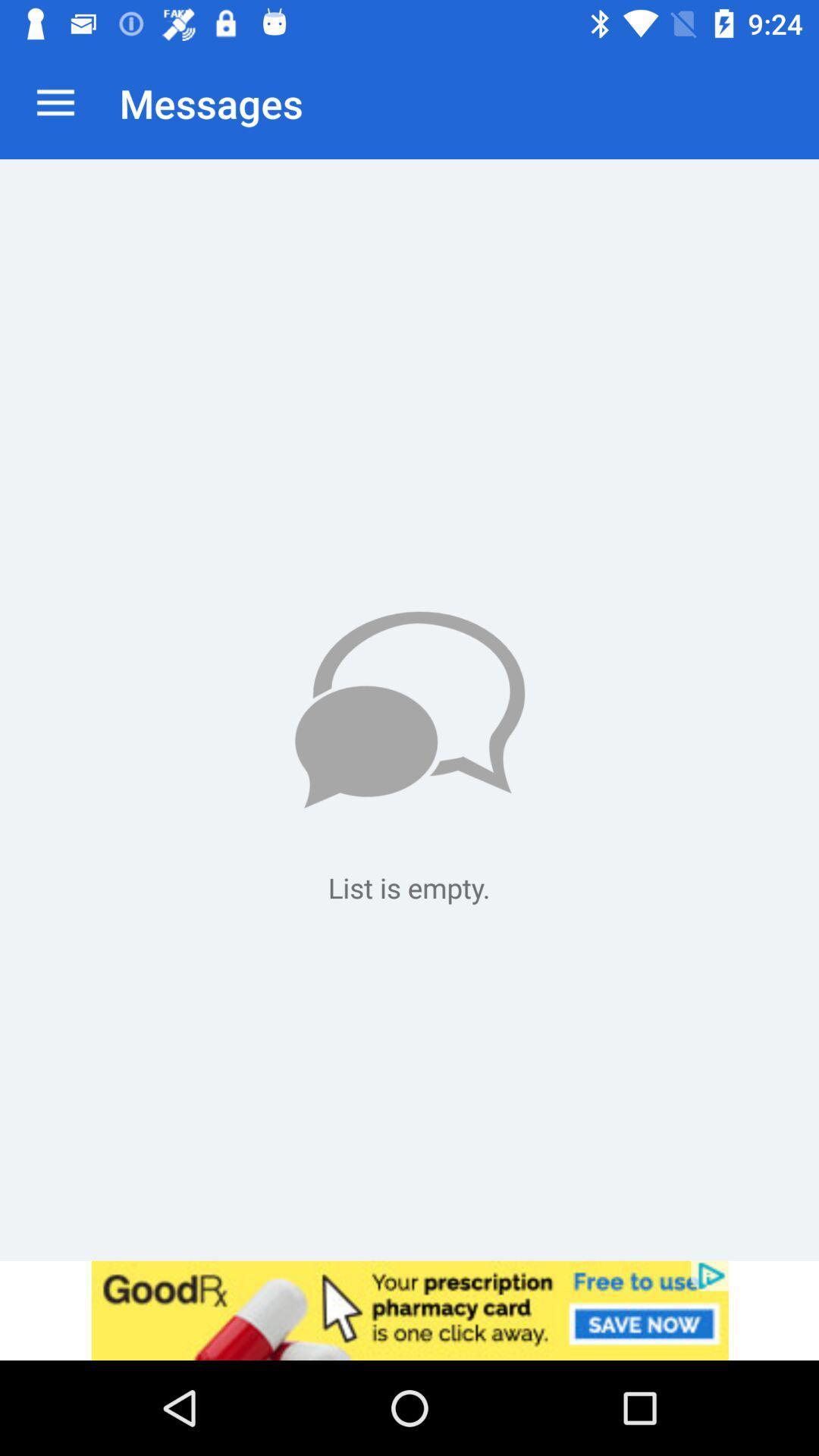 This screenshot has width=819, height=1456. What do you see at coordinates (409, 1310) in the screenshot?
I see `advertisement` at bounding box center [409, 1310].